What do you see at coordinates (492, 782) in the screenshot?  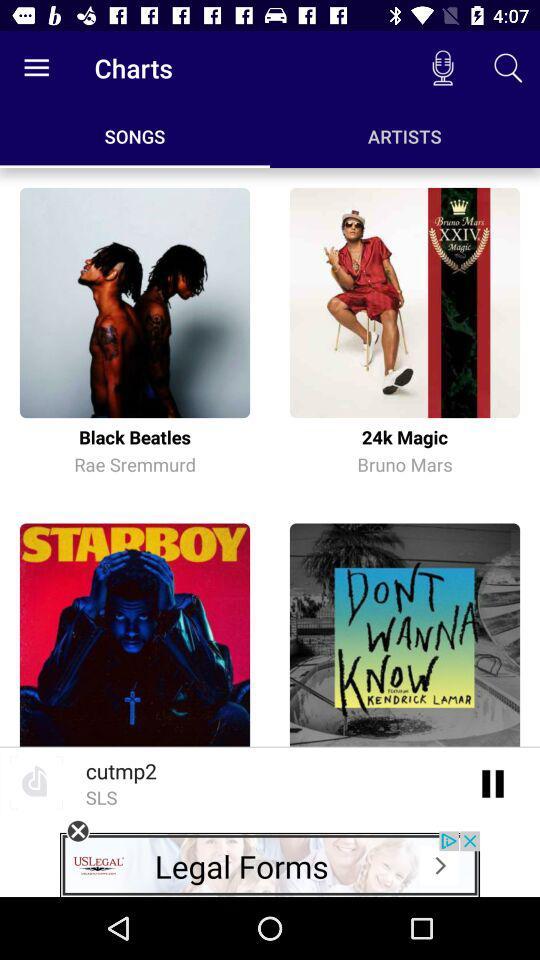 I see `an` at bounding box center [492, 782].